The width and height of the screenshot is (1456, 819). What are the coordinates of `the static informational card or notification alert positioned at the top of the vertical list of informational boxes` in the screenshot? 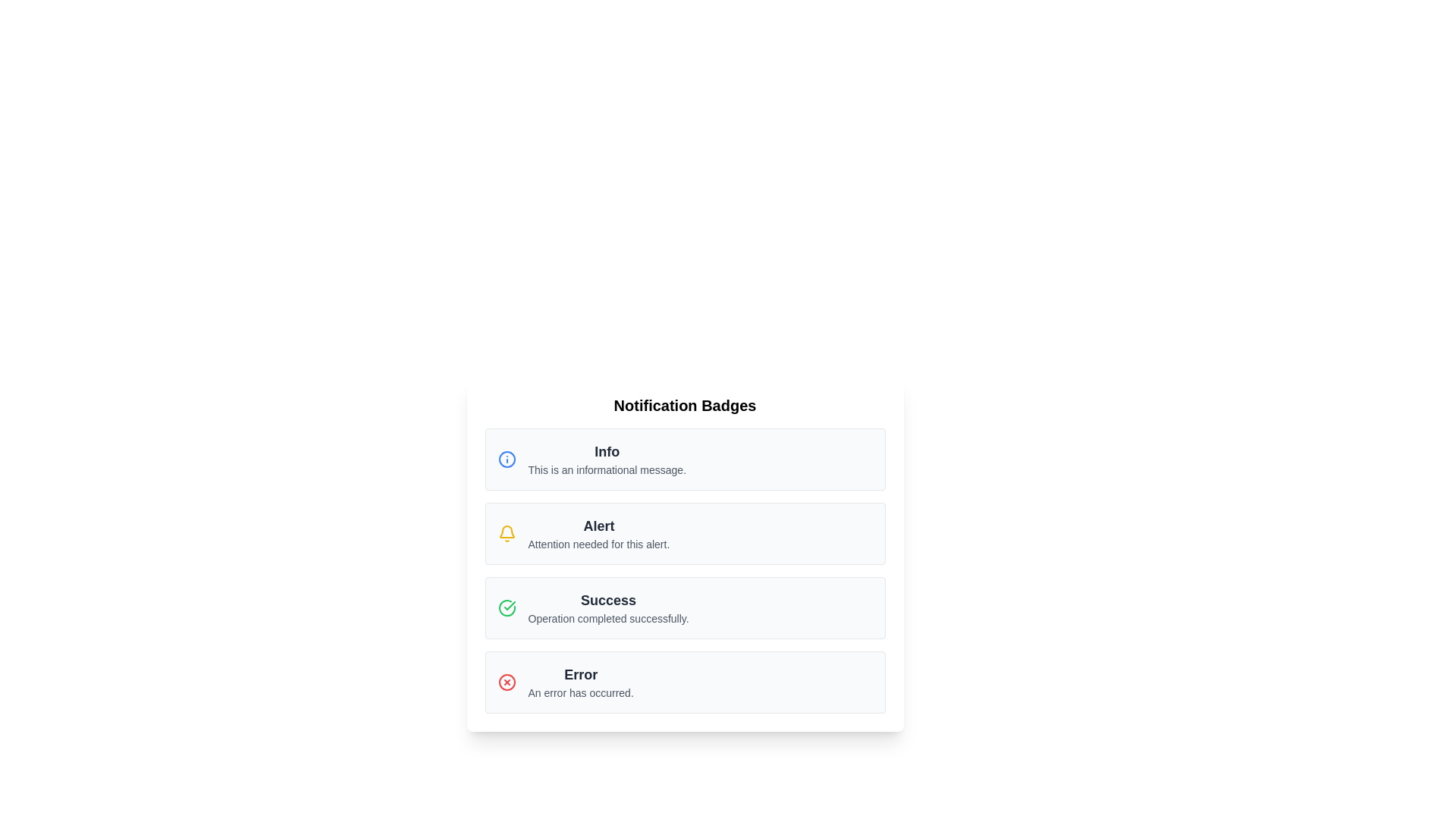 It's located at (684, 458).